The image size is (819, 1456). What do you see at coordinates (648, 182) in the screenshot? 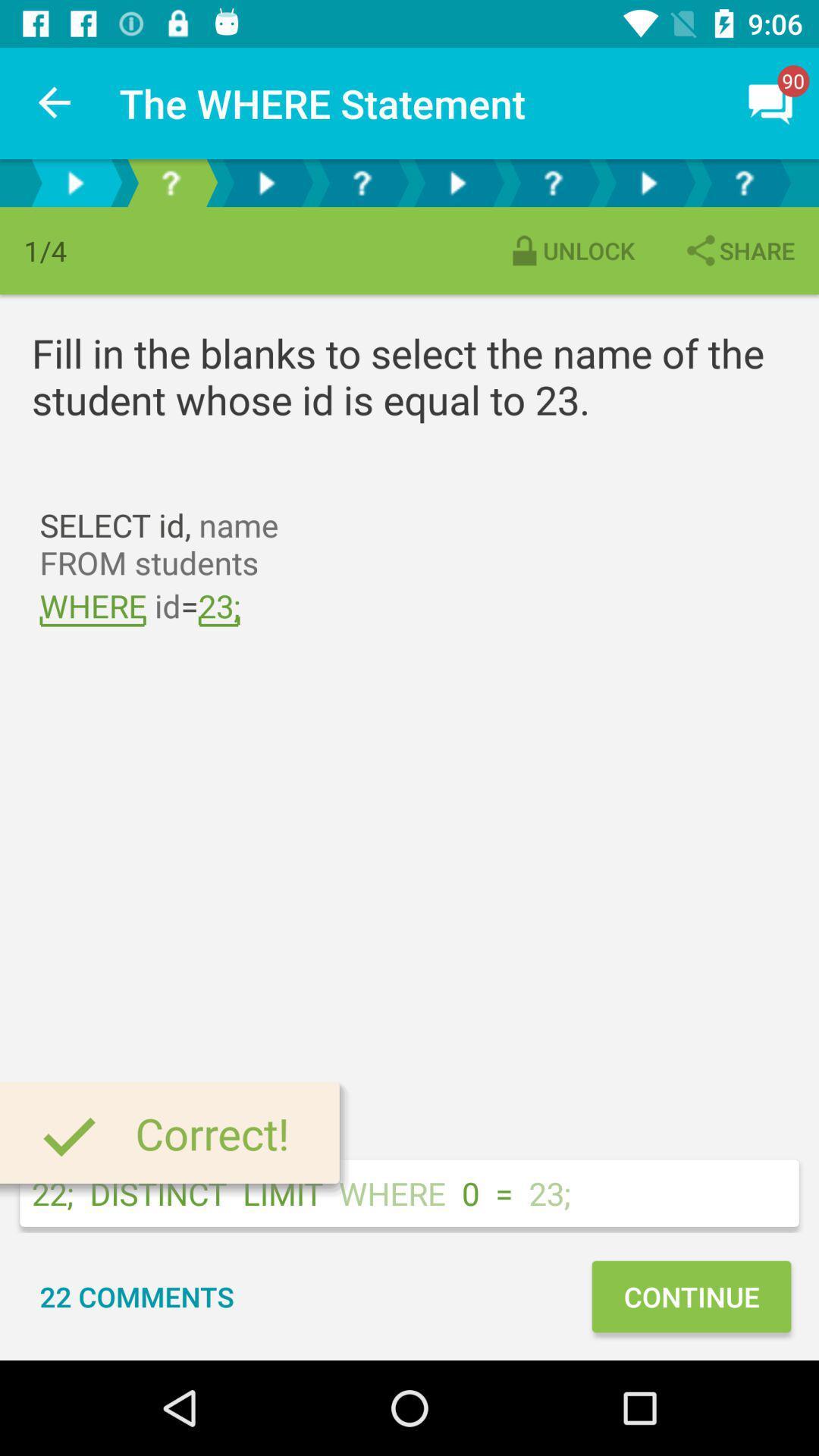
I see `next question` at bounding box center [648, 182].